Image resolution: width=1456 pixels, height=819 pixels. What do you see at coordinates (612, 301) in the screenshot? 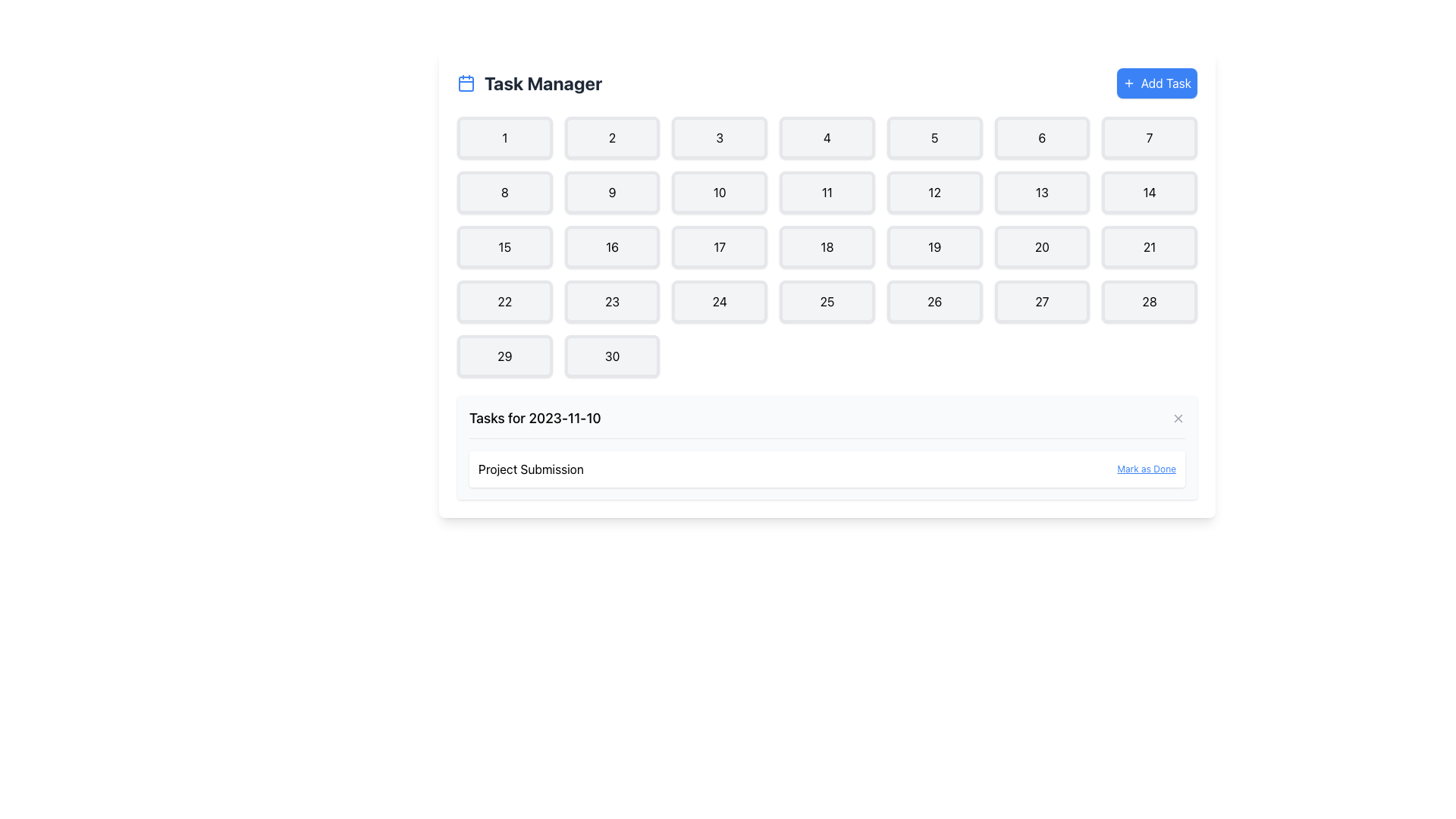
I see `the rectangular button labeled '23' to observe a change in background color` at bounding box center [612, 301].